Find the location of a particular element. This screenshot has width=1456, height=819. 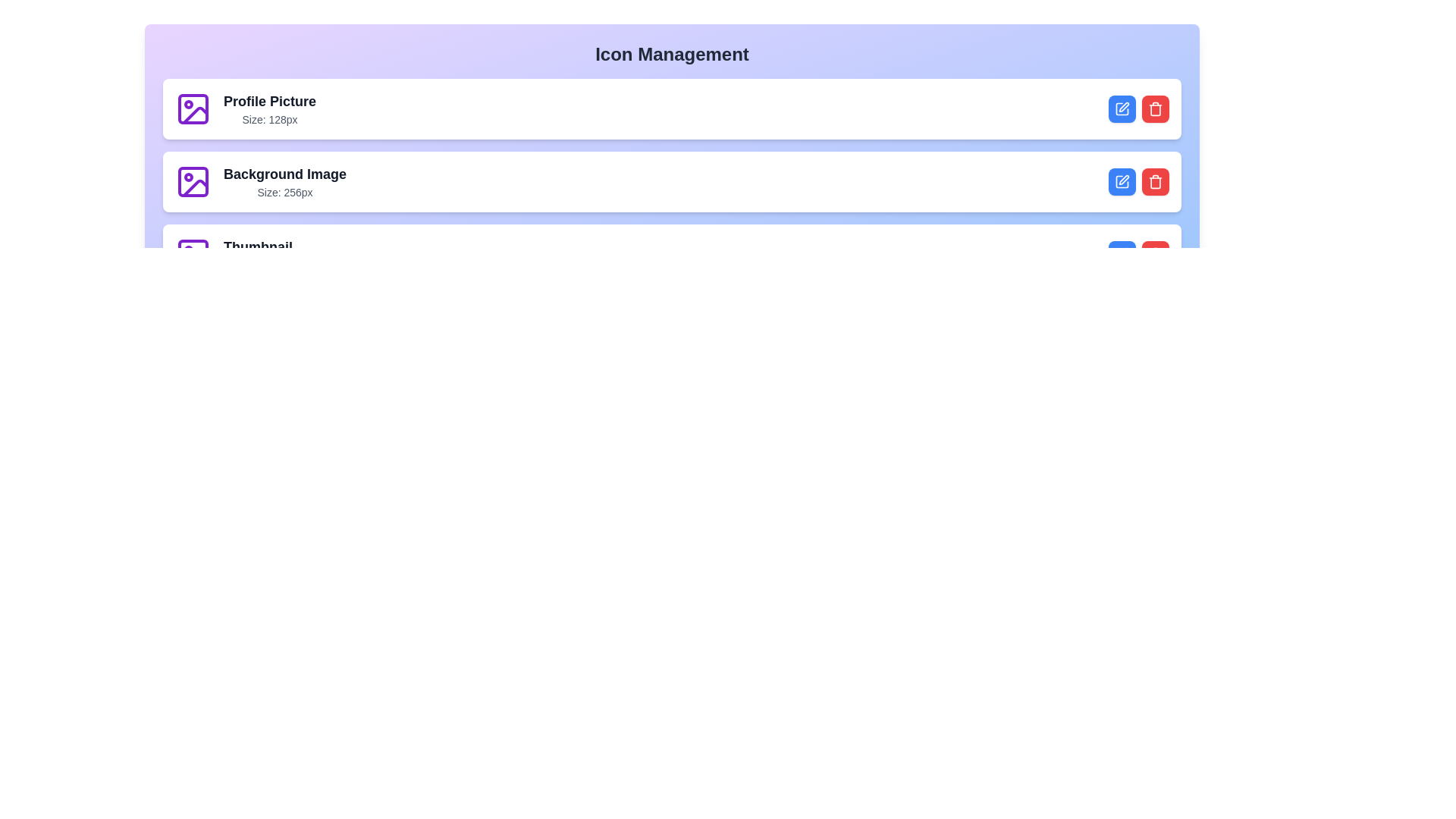

the leftmost icon in the 'Thumbnail' row is located at coordinates (192, 253).